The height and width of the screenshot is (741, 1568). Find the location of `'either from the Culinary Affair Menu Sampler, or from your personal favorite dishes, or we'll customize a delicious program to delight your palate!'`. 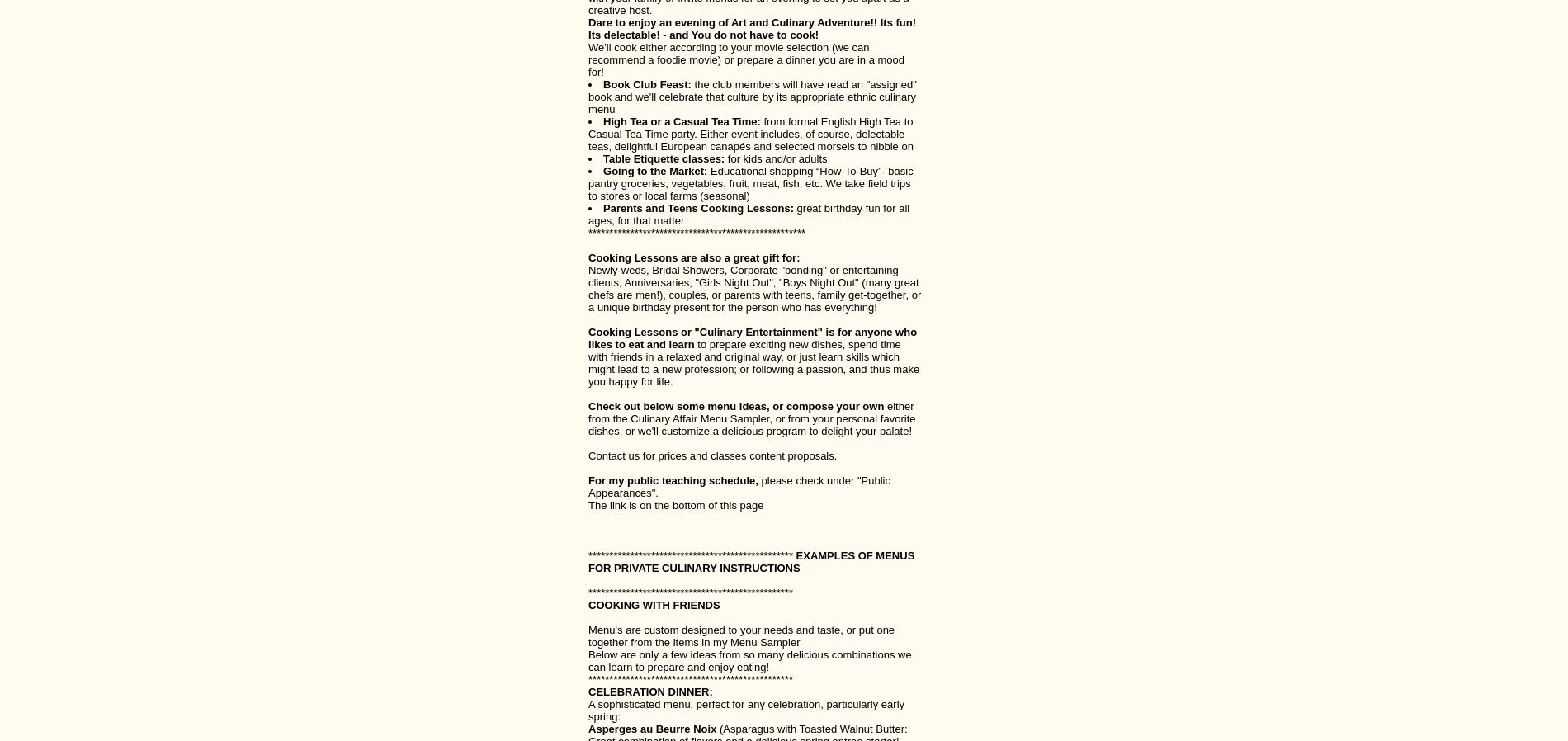

'either from the Culinary Affair Menu Sampler, or from your personal favorite dishes, or we'll customize a delicious program to delight your palate!' is located at coordinates (751, 418).